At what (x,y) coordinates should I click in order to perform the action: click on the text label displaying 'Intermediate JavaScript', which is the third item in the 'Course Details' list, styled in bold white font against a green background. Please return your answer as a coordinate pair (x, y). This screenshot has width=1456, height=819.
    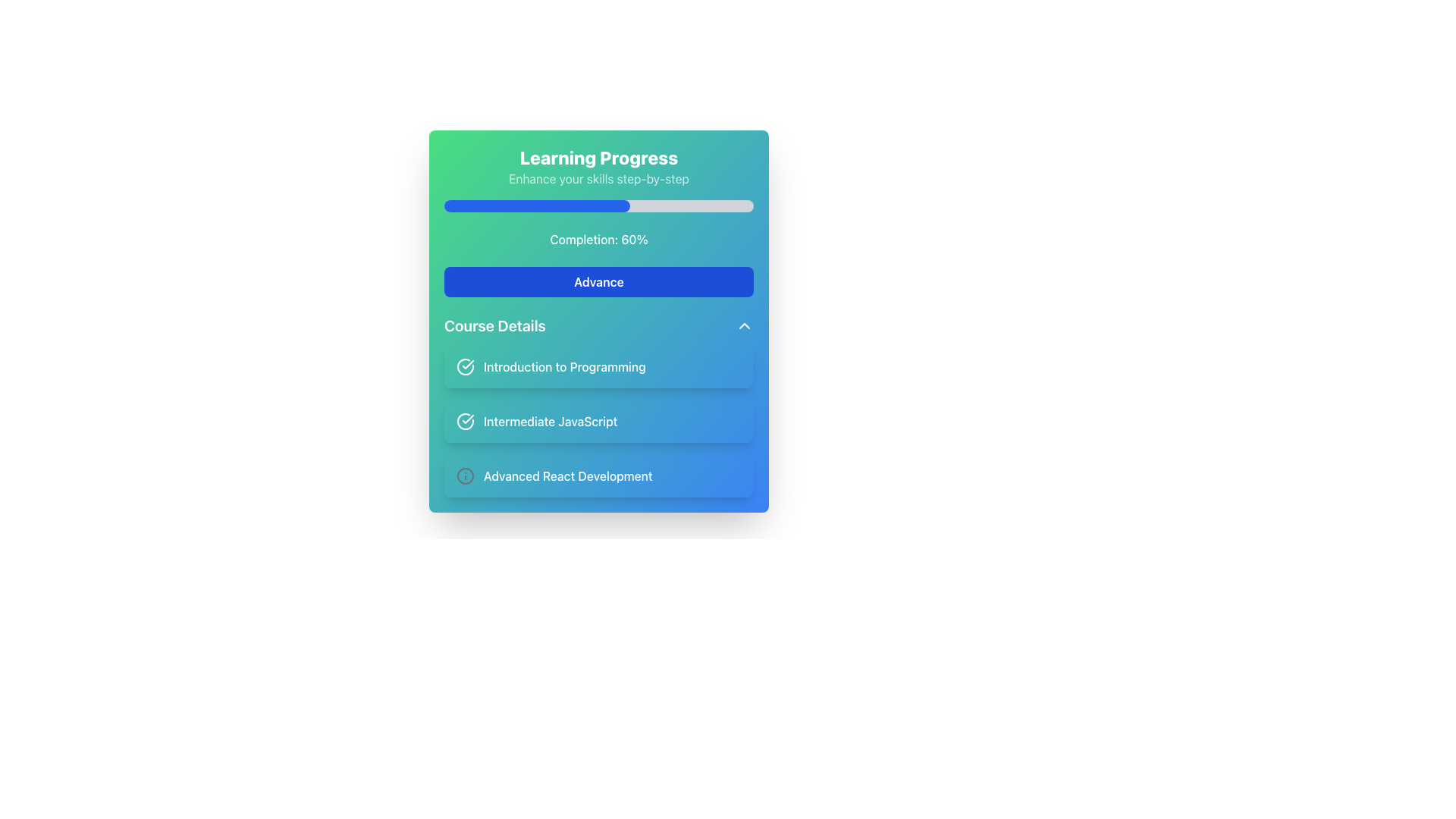
    Looking at the image, I should click on (550, 421).